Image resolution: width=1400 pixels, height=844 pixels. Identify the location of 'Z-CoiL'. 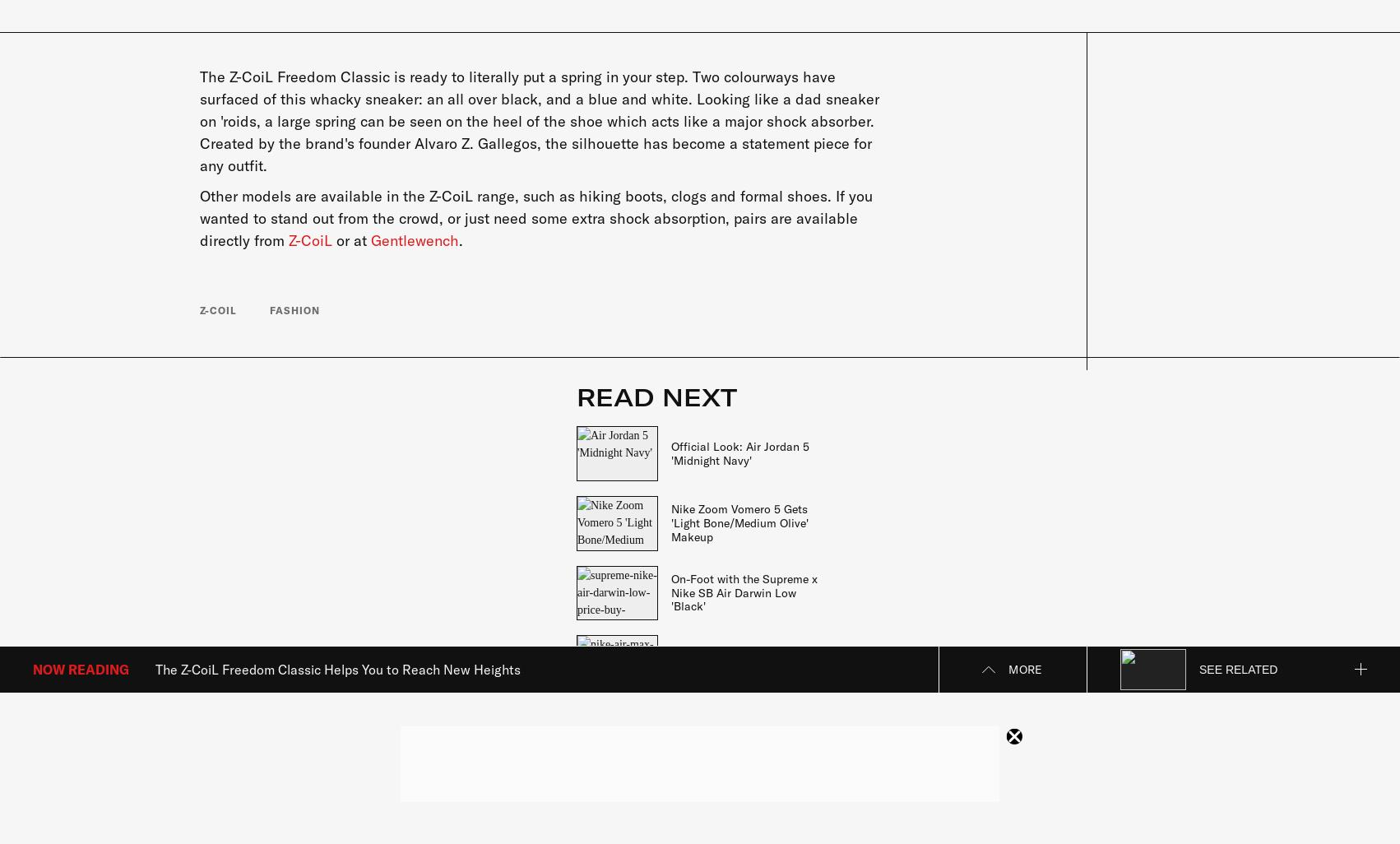
(309, 239).